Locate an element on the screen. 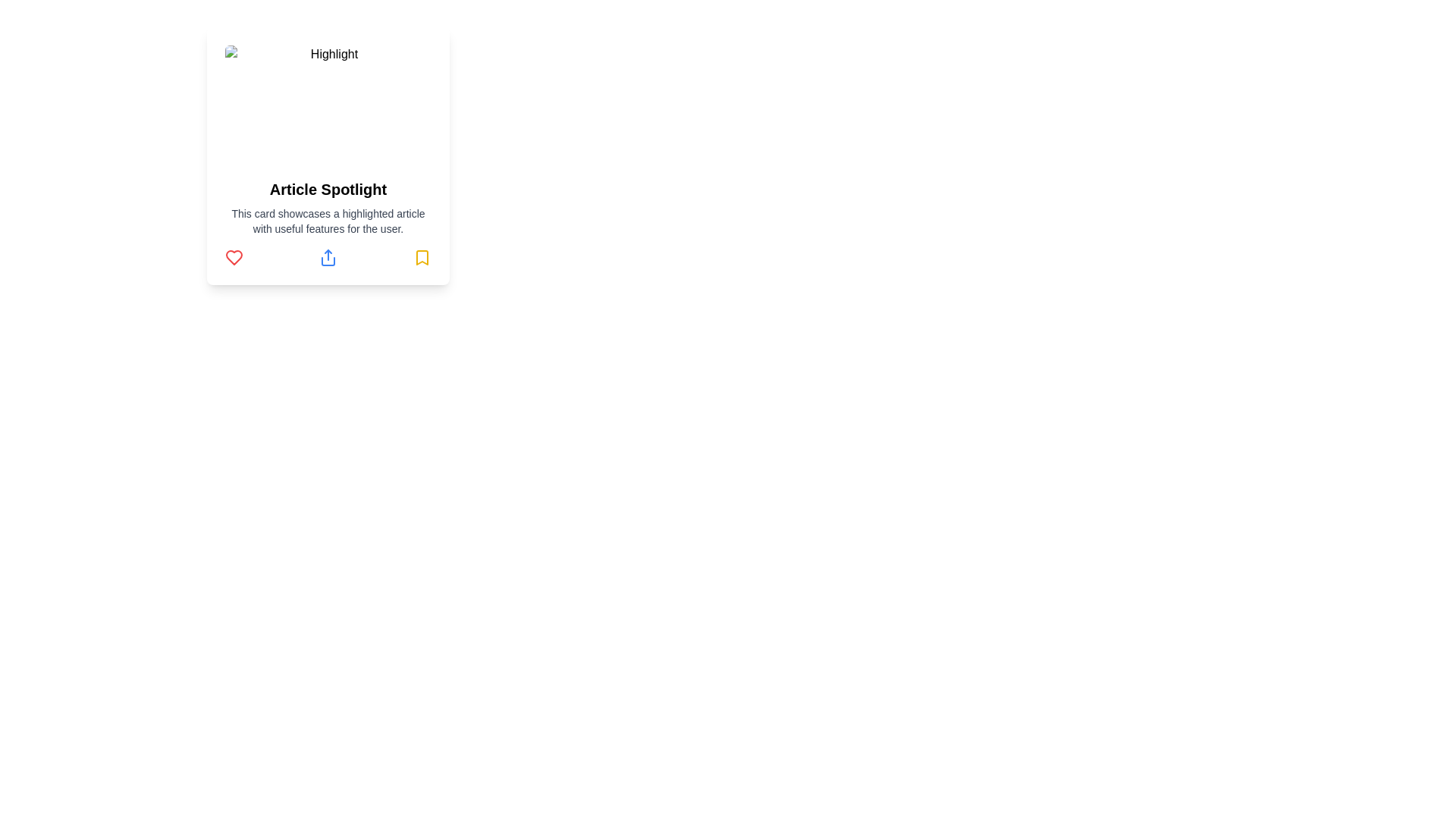 Image resolution: width=1456 pixels, height=819 pixels. the heart-shaped icon button with a red fill and border, located at the bottom-left corner of the white card interface is located at coordinates (233, 256).